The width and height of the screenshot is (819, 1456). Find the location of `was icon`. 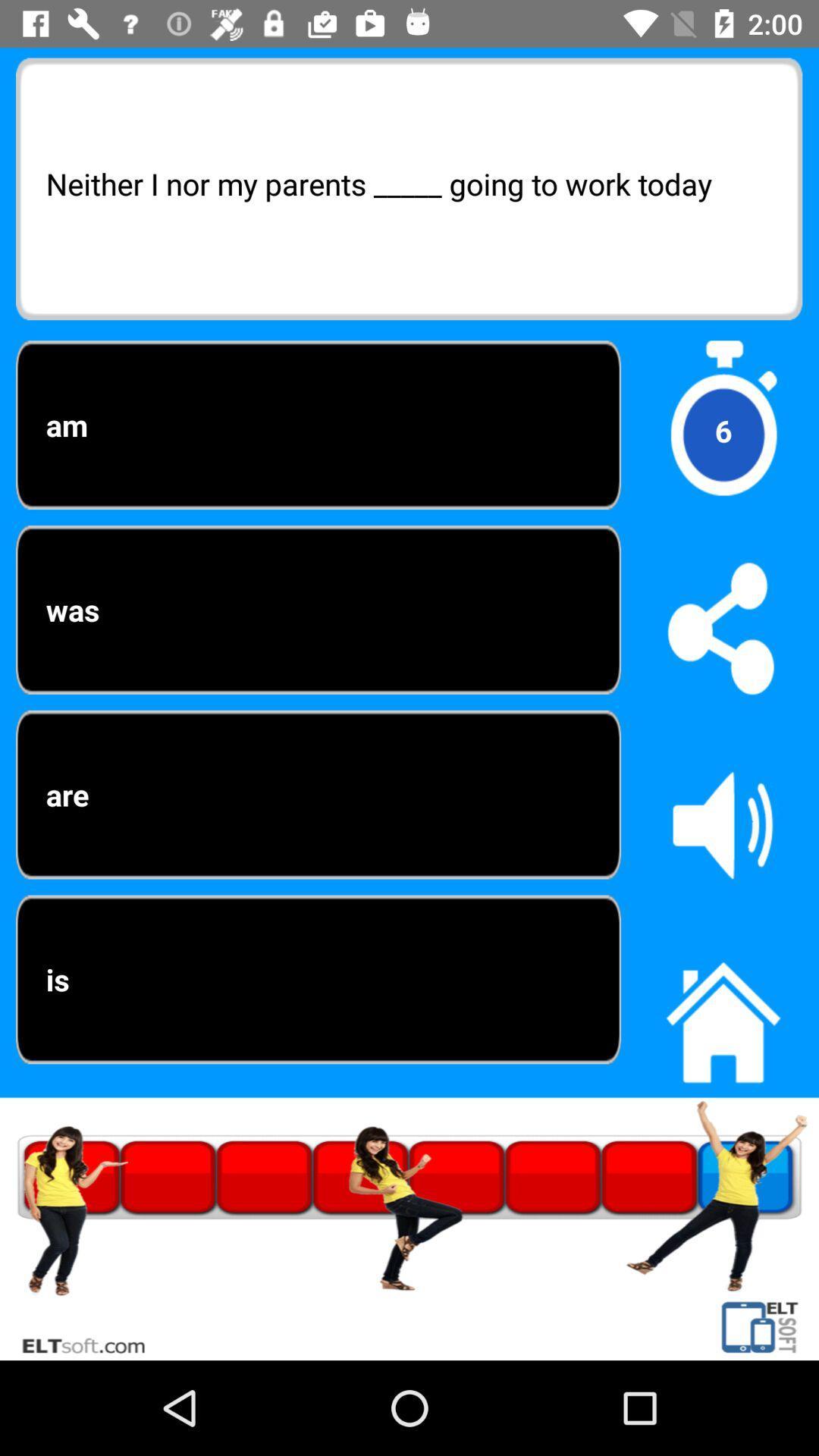

was icon is located at coordinates (318, 610).